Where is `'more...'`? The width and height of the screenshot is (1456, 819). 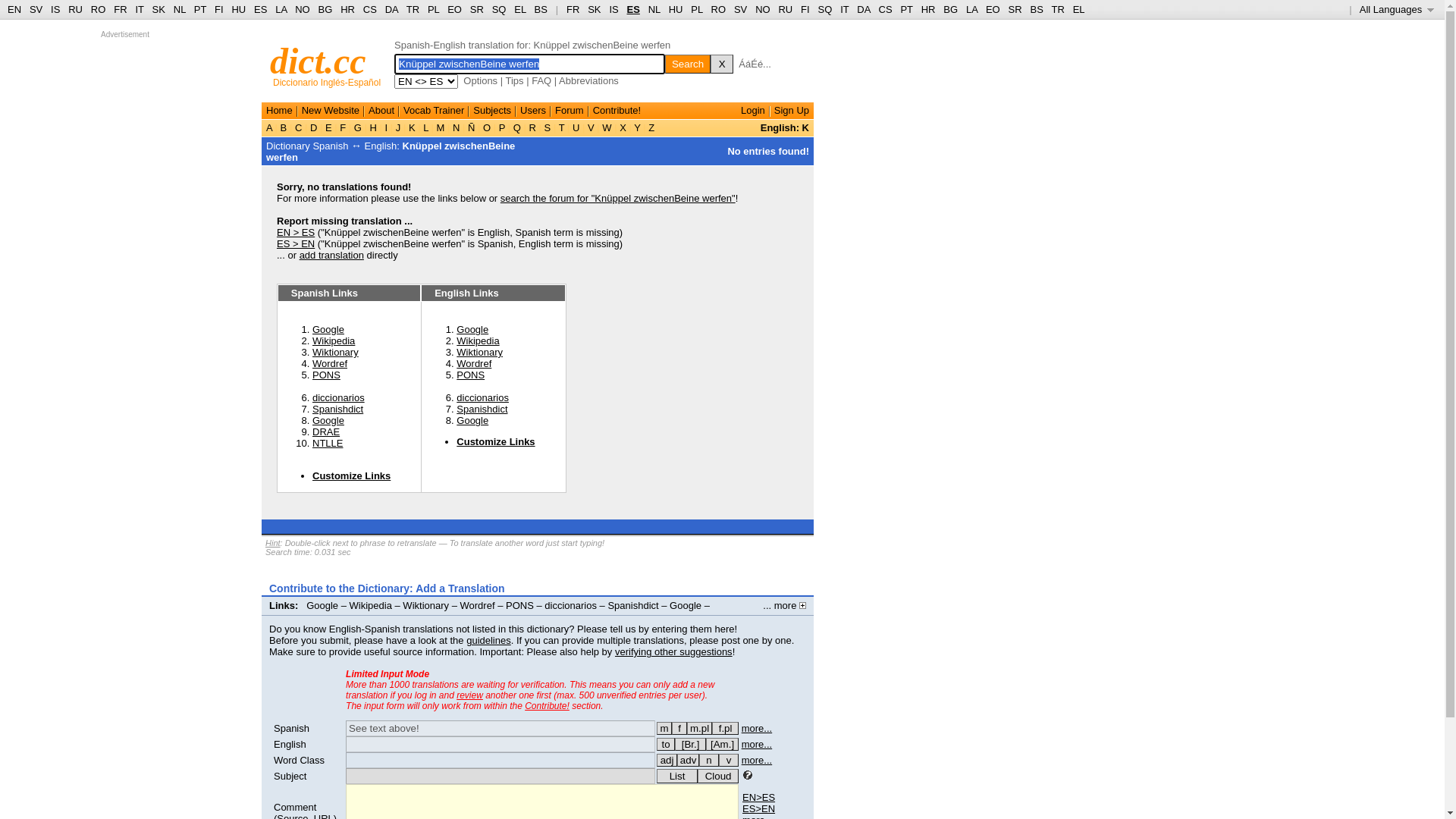 'more...' is located at coordinates (757, 760).